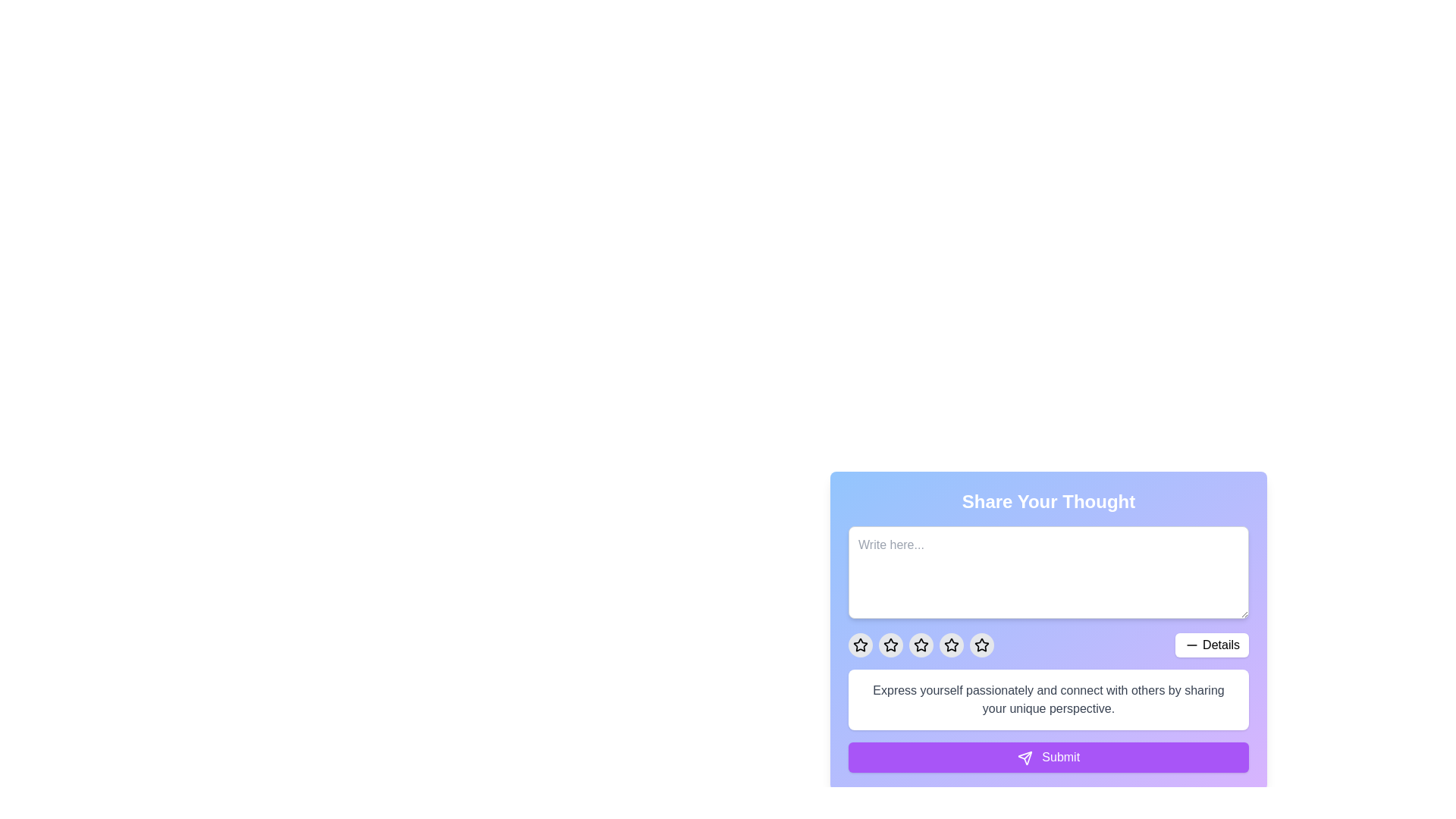 The image size is (1456, 819). Describe the element at coordinates (982, 645) in the screenshot. I see `the fifth rating star in the feedback form labeled 'Share Your Thought'` at that location.